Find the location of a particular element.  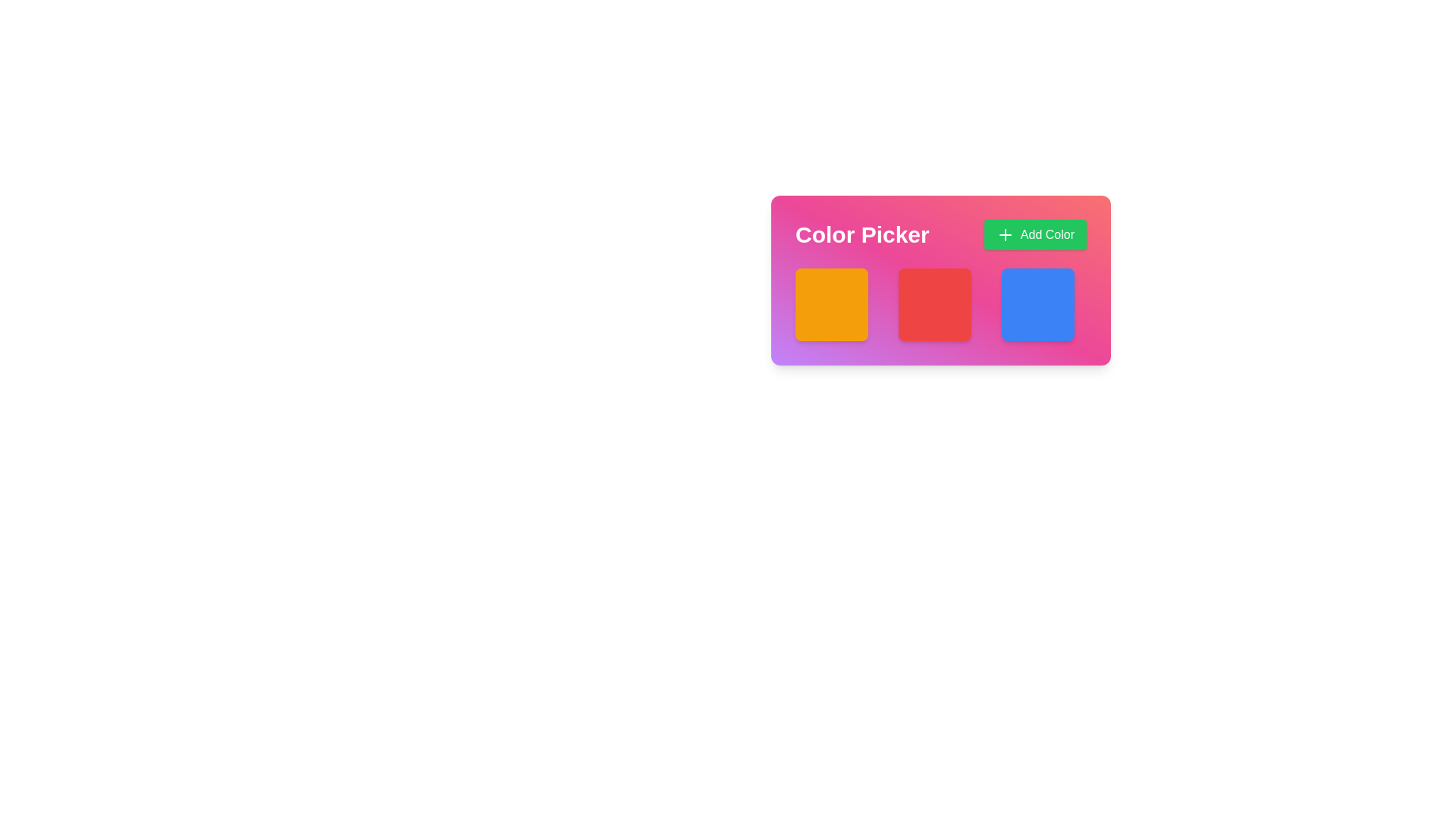

the small circular button with a red background and a white trash icon located in the top-right corner of the red square block in the 'Color Picker' interface is located at coordinates (968, 281).